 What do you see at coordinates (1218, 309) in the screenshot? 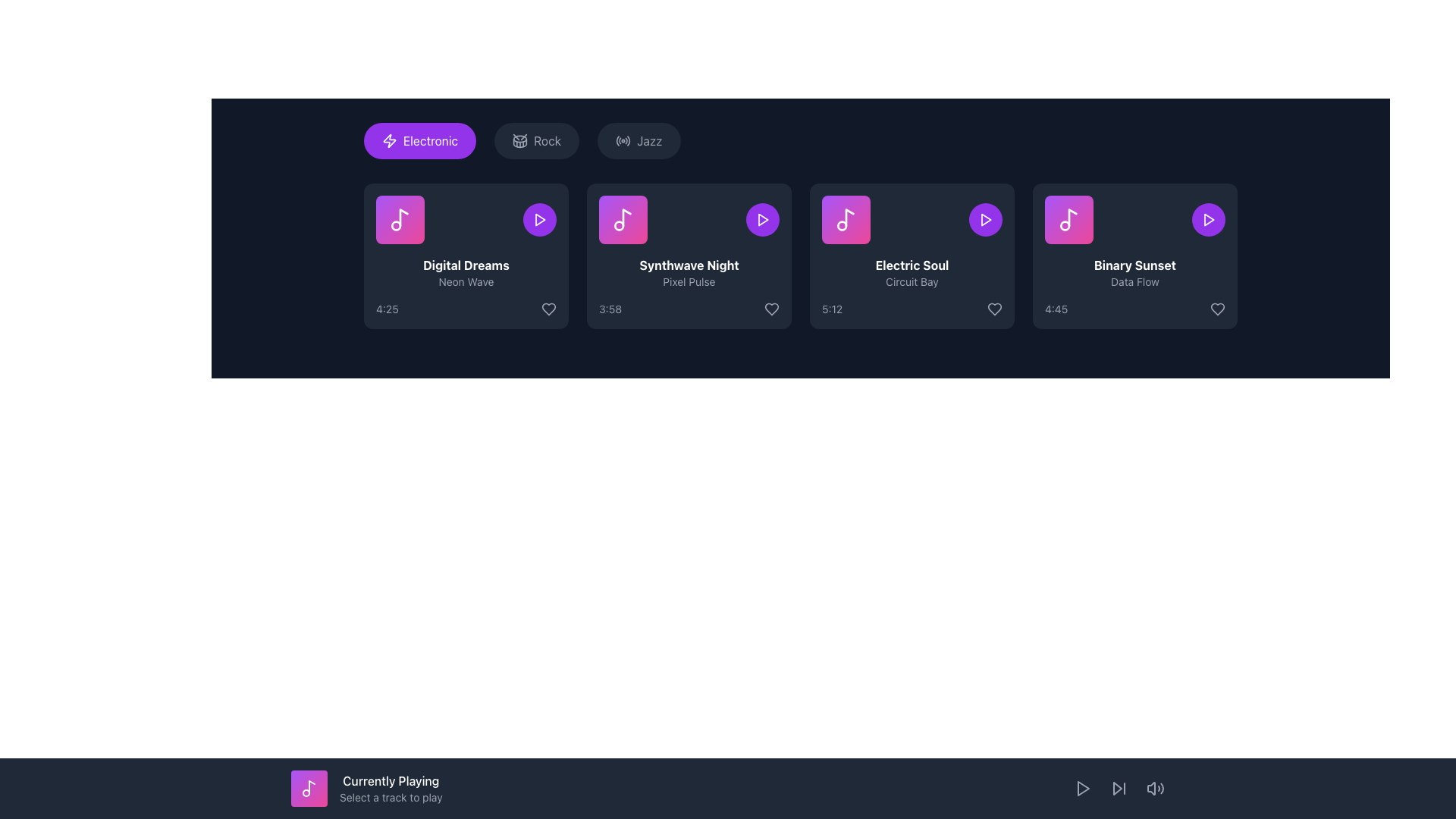
I see `the heart-shaped 'like' icon located at the bottom-right corner of the 'Binary Sunset - Data Flow' card to favorite the item` at bounding box center [1218, 309].